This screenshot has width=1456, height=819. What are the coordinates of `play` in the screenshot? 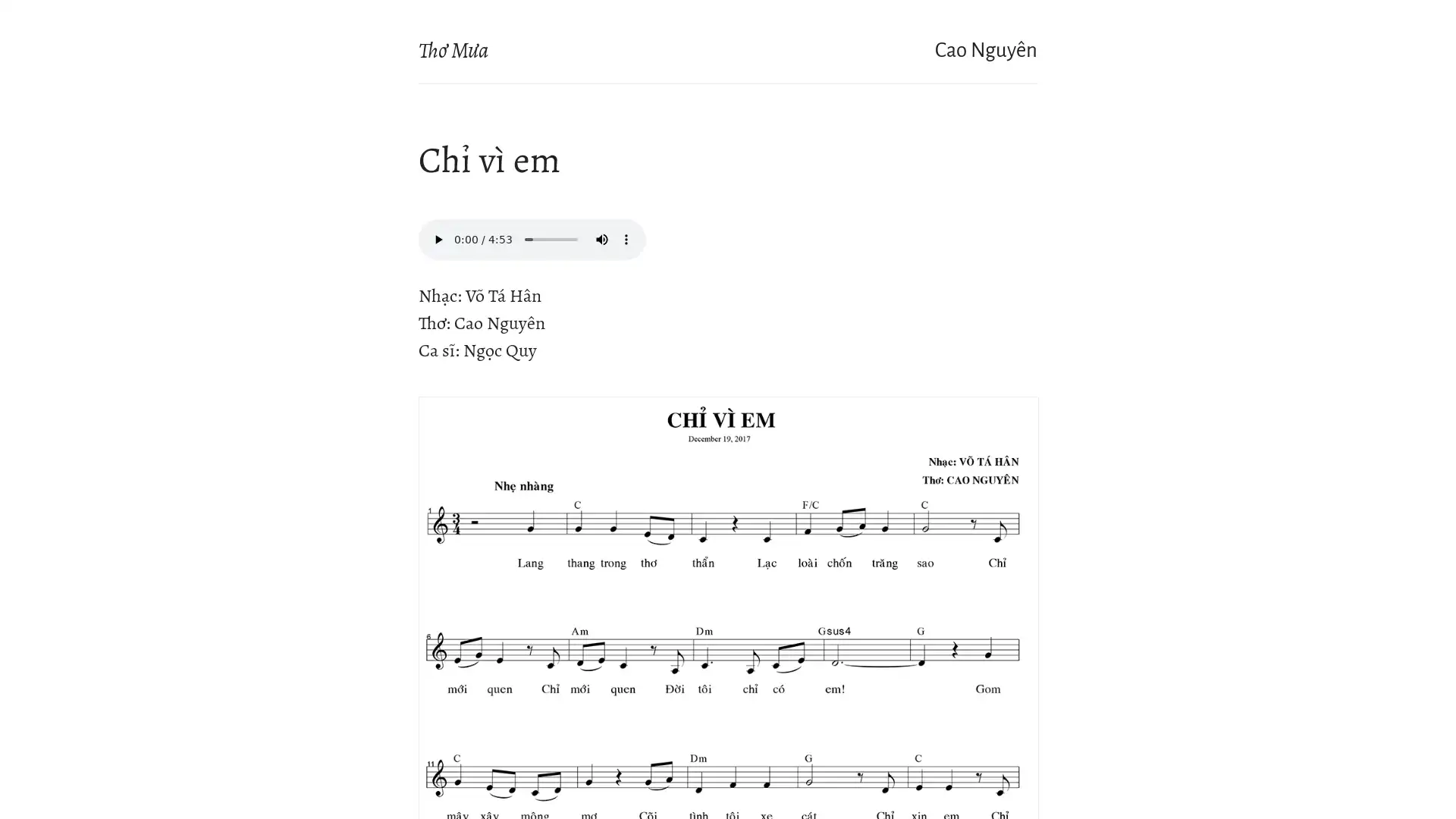 It's located at (437, 239).